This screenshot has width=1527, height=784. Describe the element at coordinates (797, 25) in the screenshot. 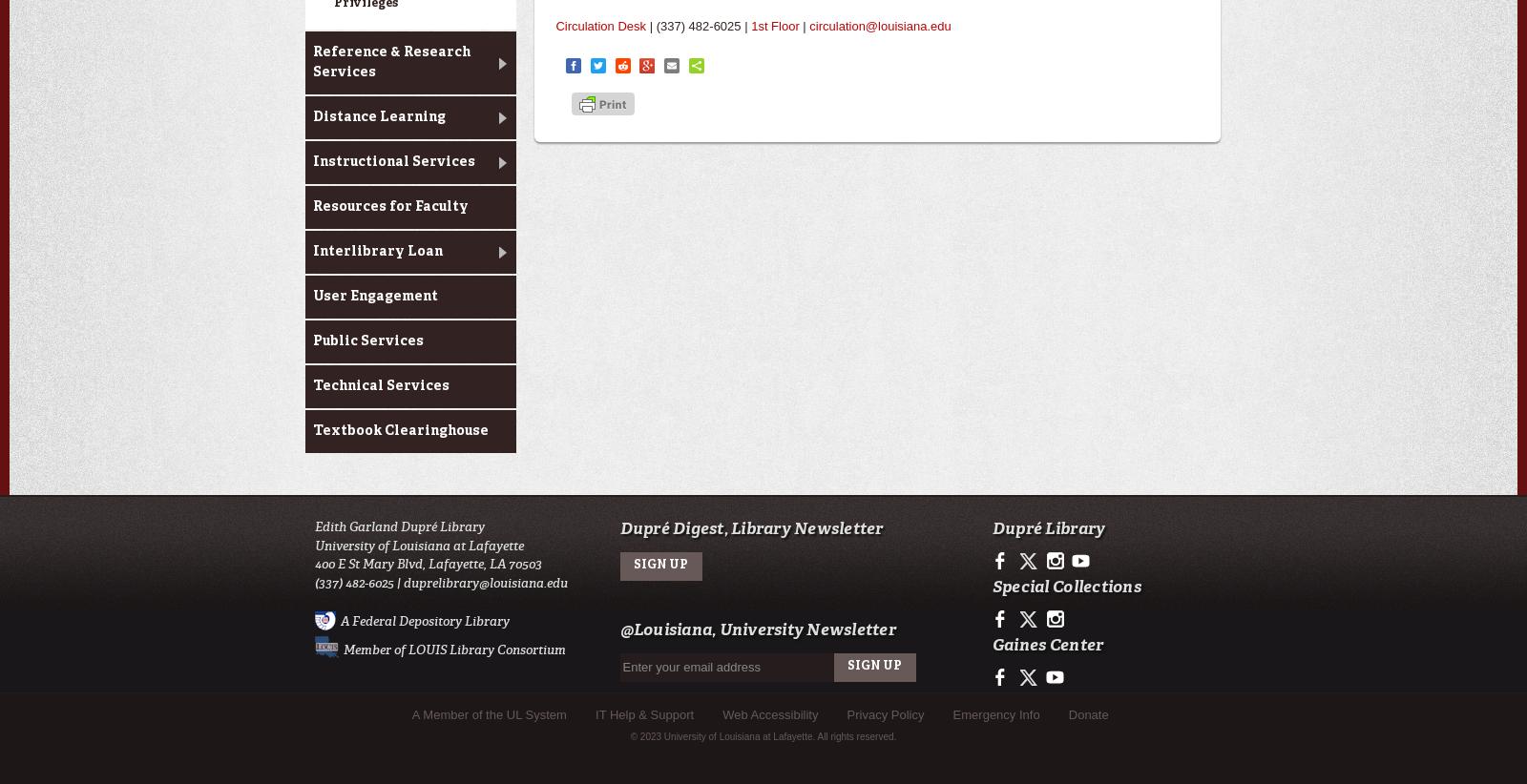

I see `'|'` at that location.